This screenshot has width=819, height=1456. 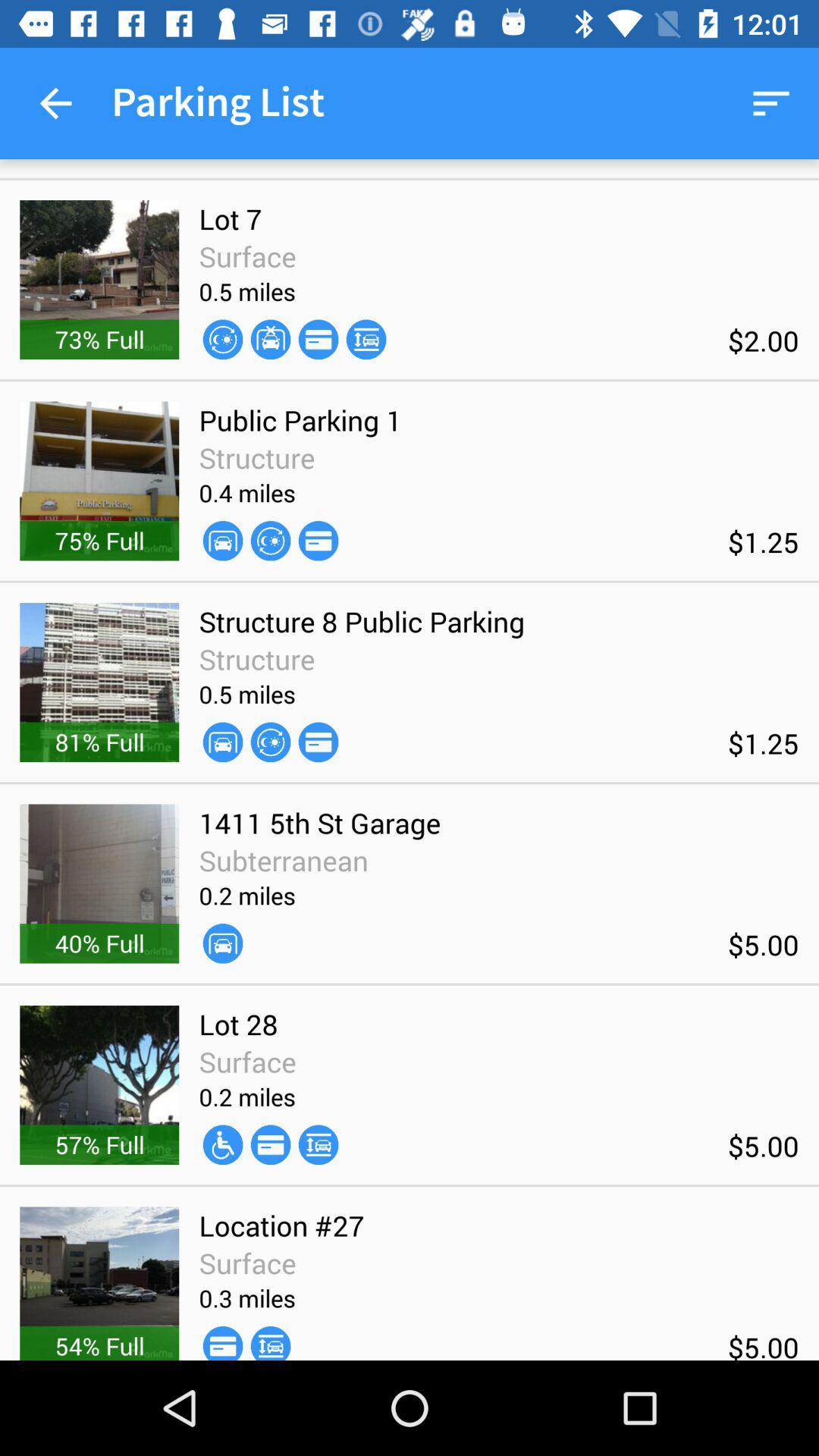 I want to click on the icon next to the 0.4 miles, so click(x=318, y=541).